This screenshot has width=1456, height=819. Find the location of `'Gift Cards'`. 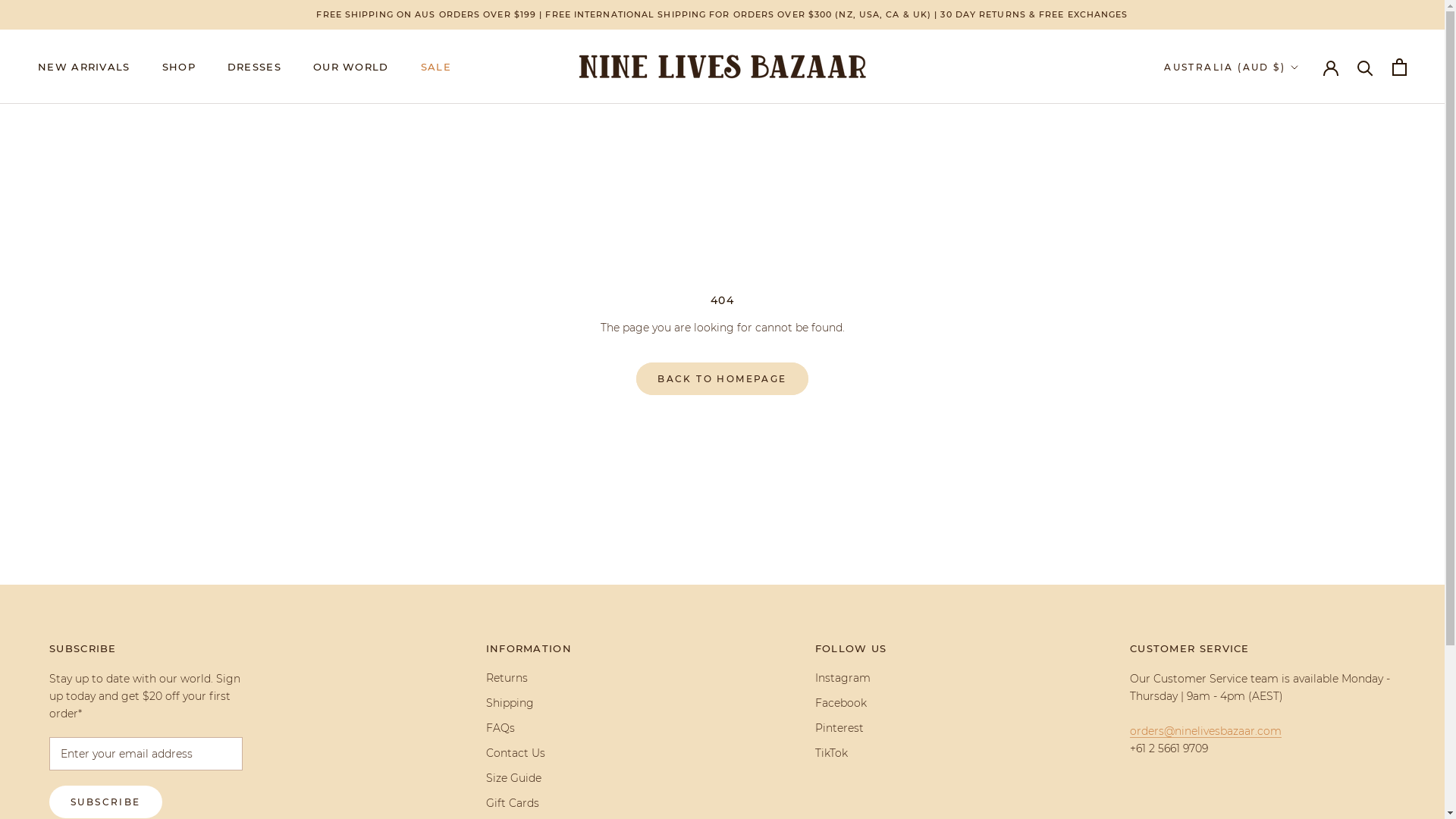

'Gift Cards' is located at coordinates (529, 802).